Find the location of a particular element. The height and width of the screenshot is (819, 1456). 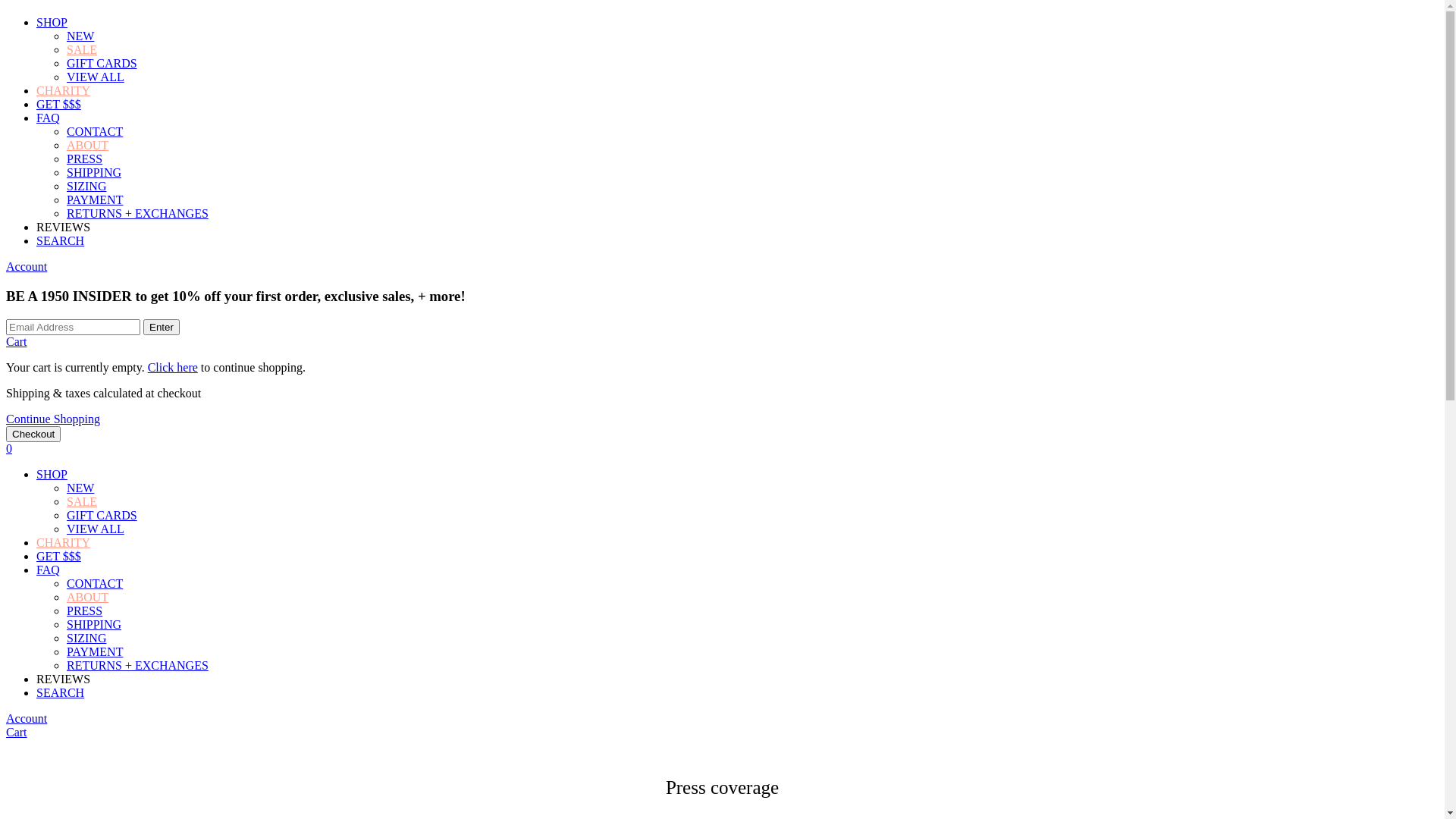

'SALE' is located at coordinates (80, 49).